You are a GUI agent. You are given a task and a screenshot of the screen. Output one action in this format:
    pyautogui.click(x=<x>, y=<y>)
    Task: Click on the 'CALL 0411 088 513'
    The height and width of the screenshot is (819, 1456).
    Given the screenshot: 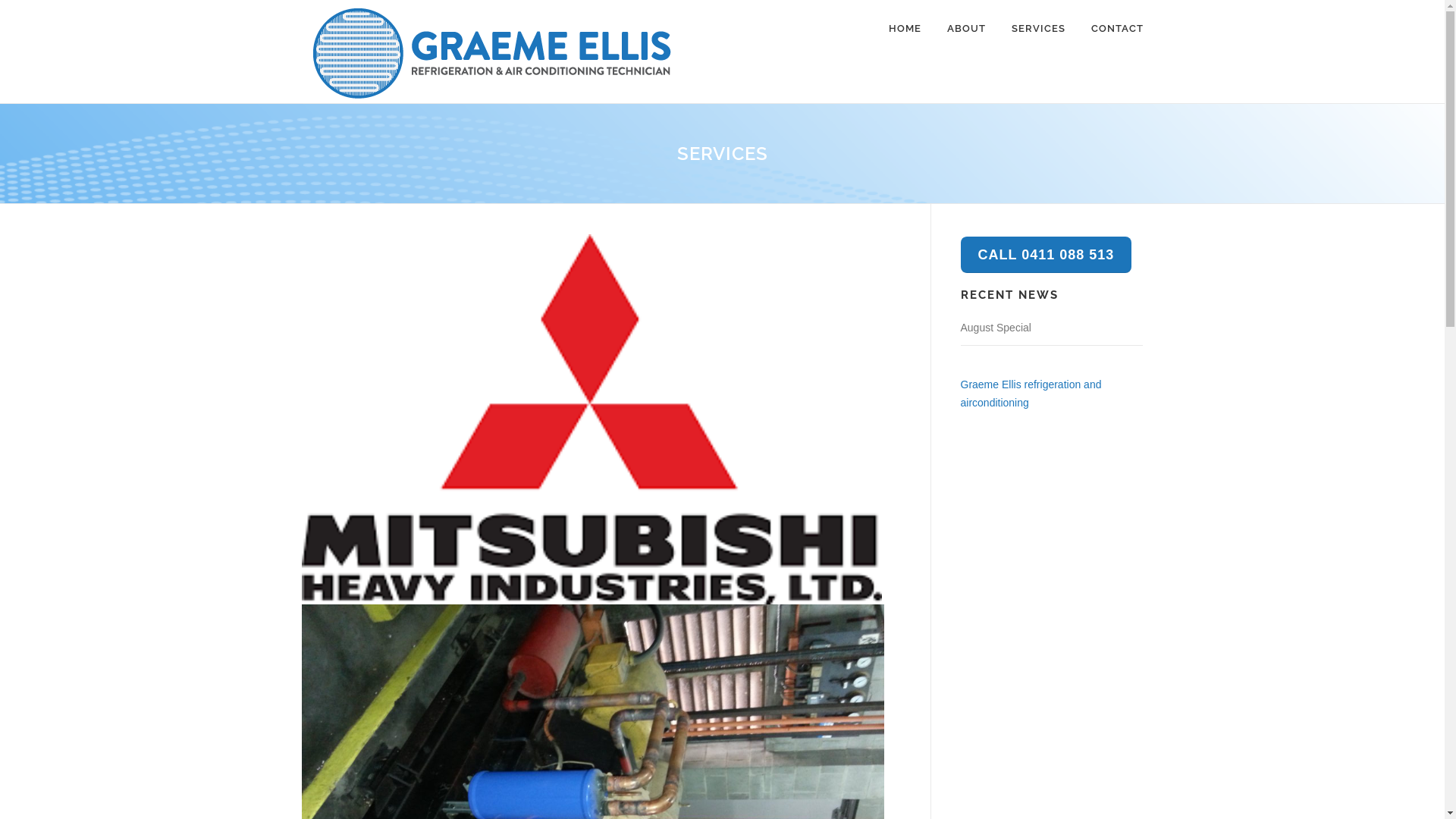 What is the action you would take?
    pyautogui.click(x=1044, y=253)
    